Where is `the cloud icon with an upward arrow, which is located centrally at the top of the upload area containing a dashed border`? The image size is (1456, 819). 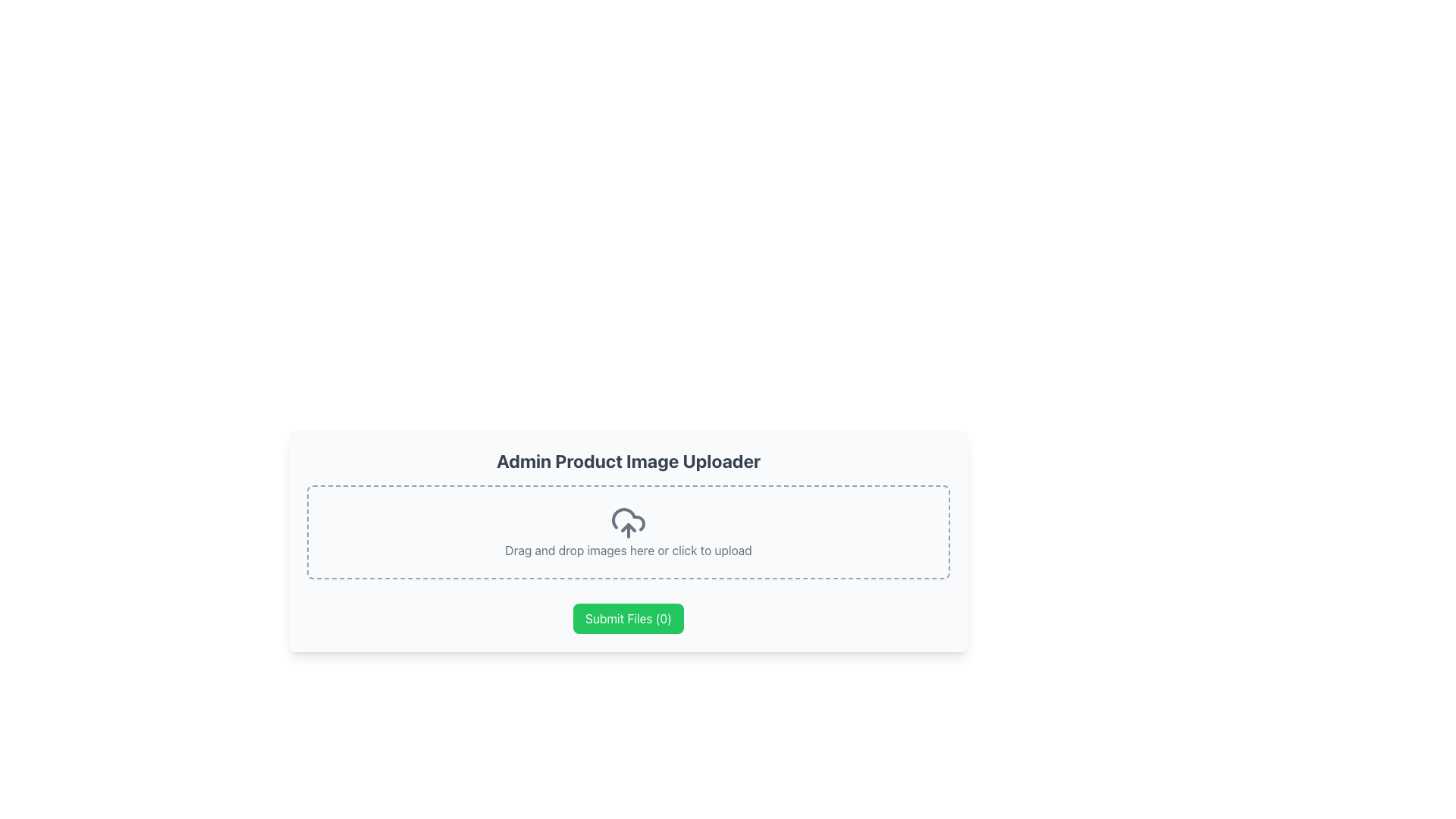 the cloud icon with an upward arrow, which is located centrally at the top of the upload area containing a dashed border is located at coordinates (629, 522).